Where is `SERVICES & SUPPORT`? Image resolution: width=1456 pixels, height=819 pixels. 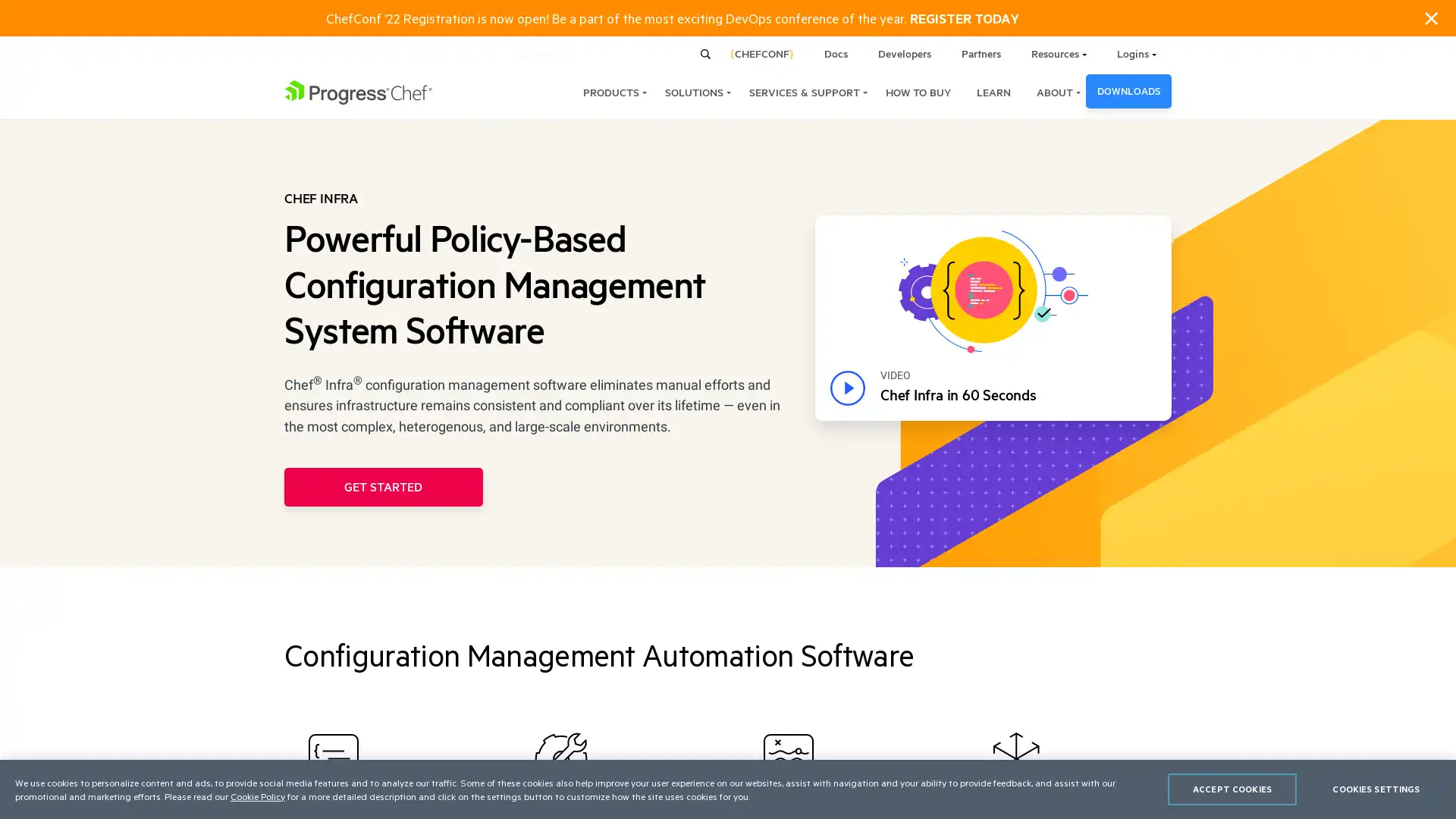
SERVICES & SUPPORT is located at coordinates (770, 93).